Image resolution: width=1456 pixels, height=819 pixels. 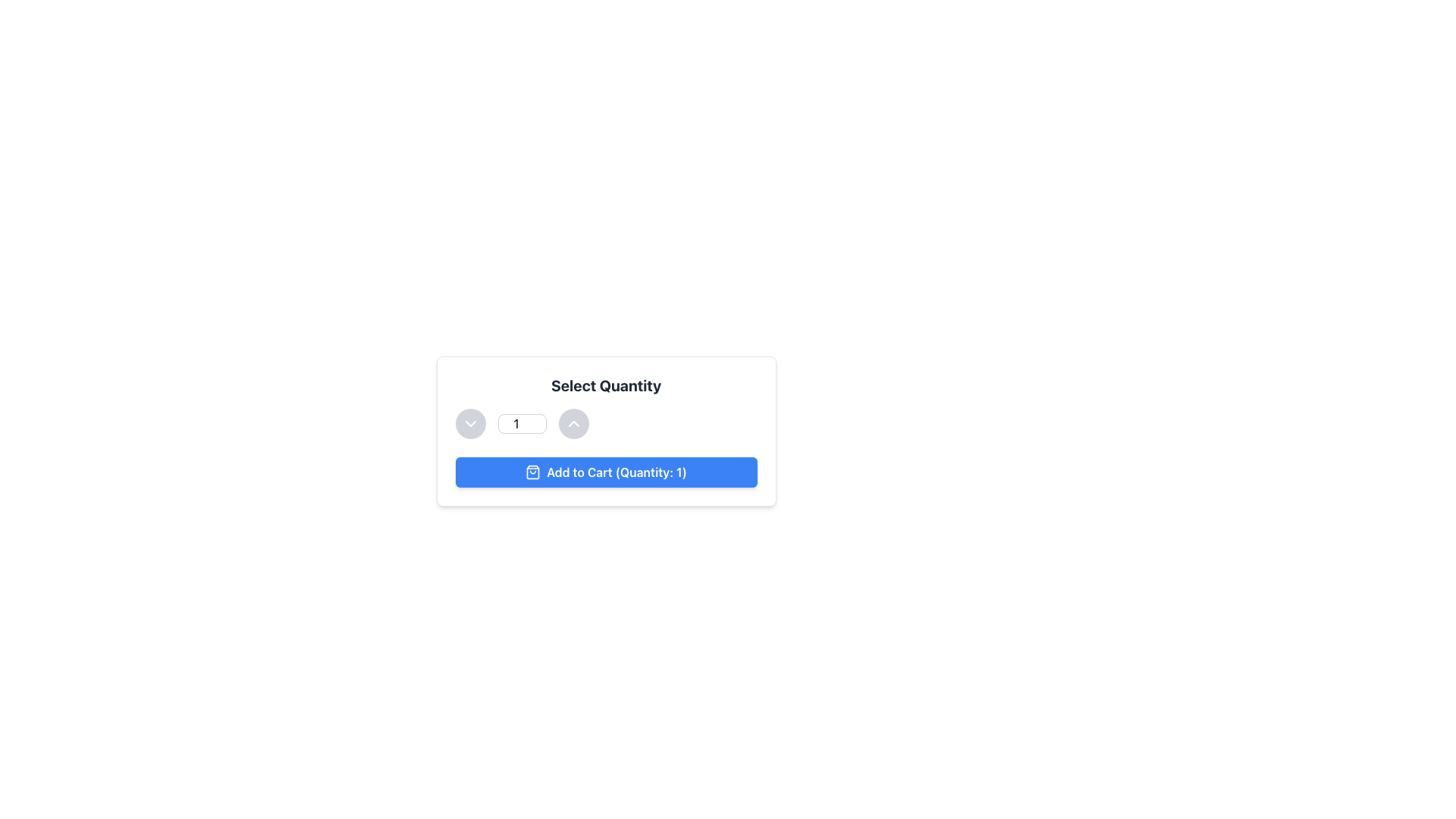 What do you see at coordinates (605, 472) in the screenshot?
I see `the 'Add to Cart (Quantity: 1)' button with blue background and white text` at bounding box center [605, 472].